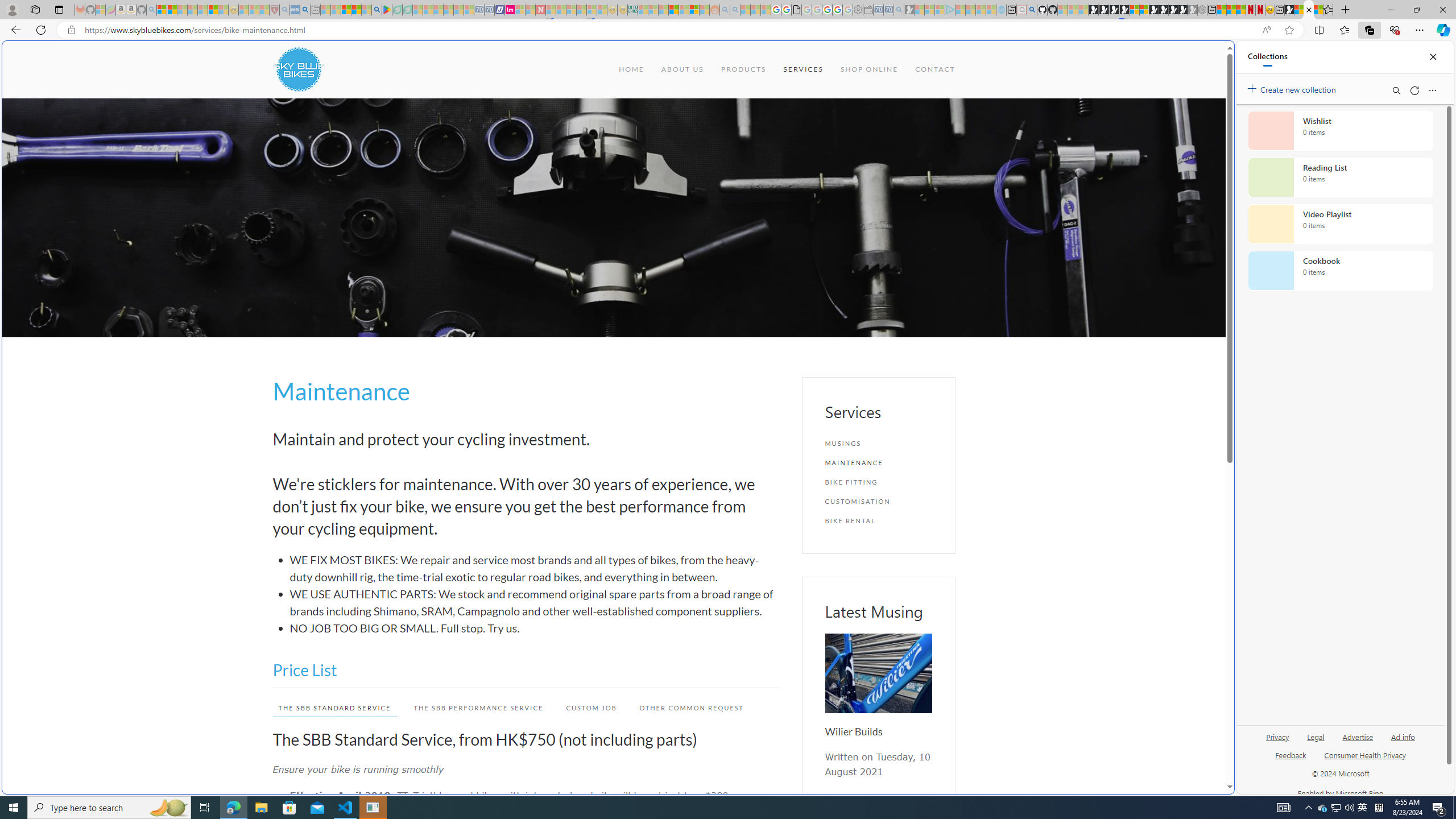 Image resolution: width=1456 pixels, height=819 pixels. What do you see at coordinates (1319, 29) in the screenshot?
I see `'Split screen'` at bounding box center [1319, 29].